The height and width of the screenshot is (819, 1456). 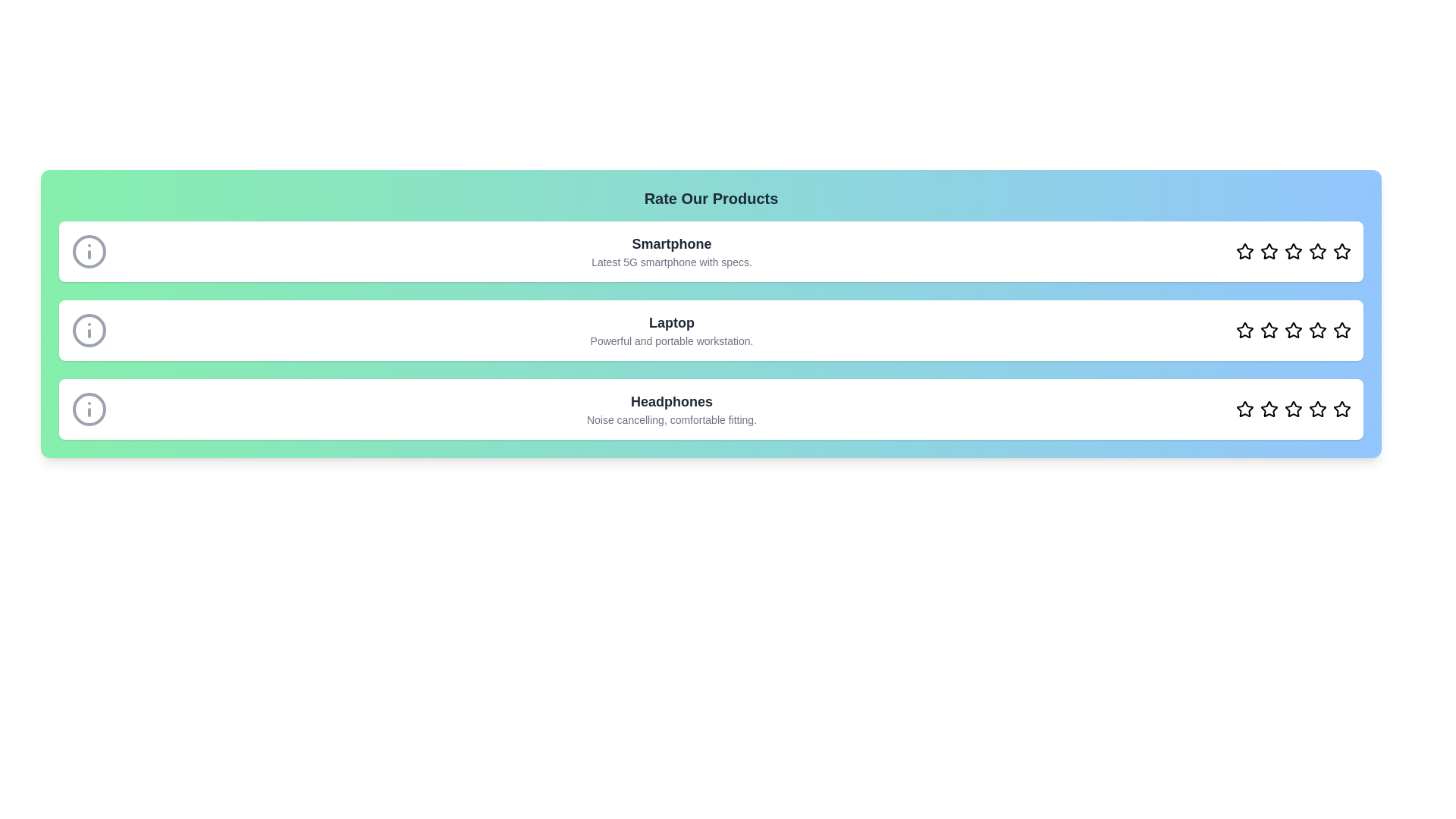 What do you see at coordinates (1292, 329) in the screenshot?
I see `the third star icon in the star rating component to set a three-star rating` at bounding box center [1292, 329].